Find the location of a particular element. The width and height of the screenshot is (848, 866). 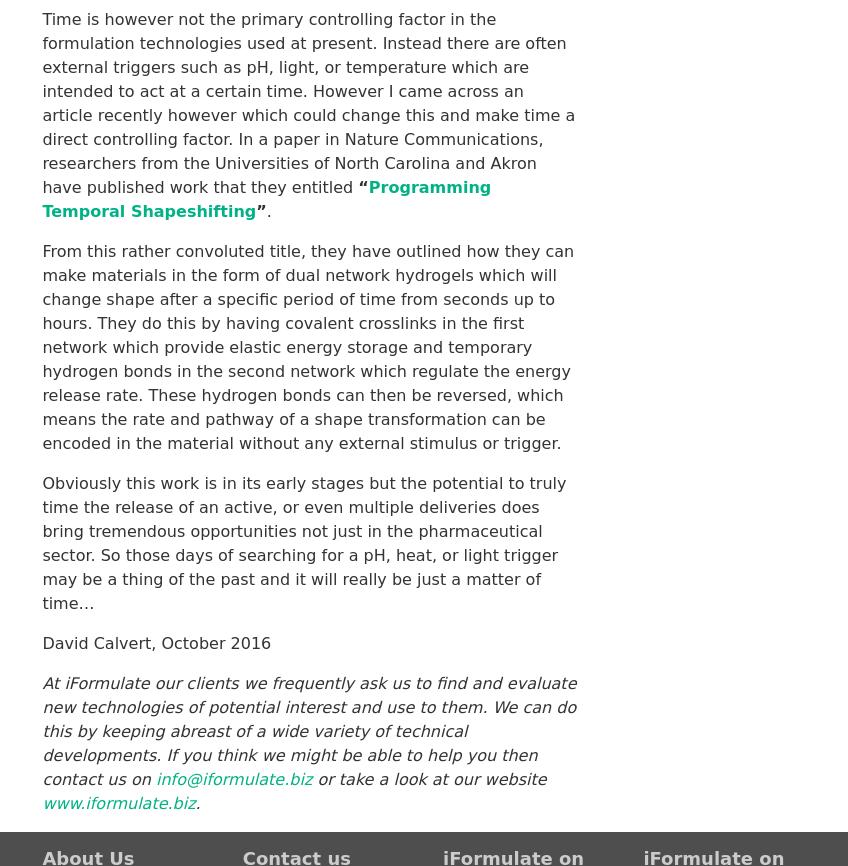

'From this rather convoluted title, they have outlined how they can make materials in the form of dual network hydrogels which will change shape after a specific period of time from seconds up to hours. They do this by having covalent crosslinks in the first network which provide elastic energy storage and temporary hydrogen bonds in the second network which regulate the energy release rate. These hydrogen bonds can then be reversed, which means the rate and pathway of a shape transformation can be encoded in the material without any external stimulus or trigger.' is located at coordinates (307, 345).